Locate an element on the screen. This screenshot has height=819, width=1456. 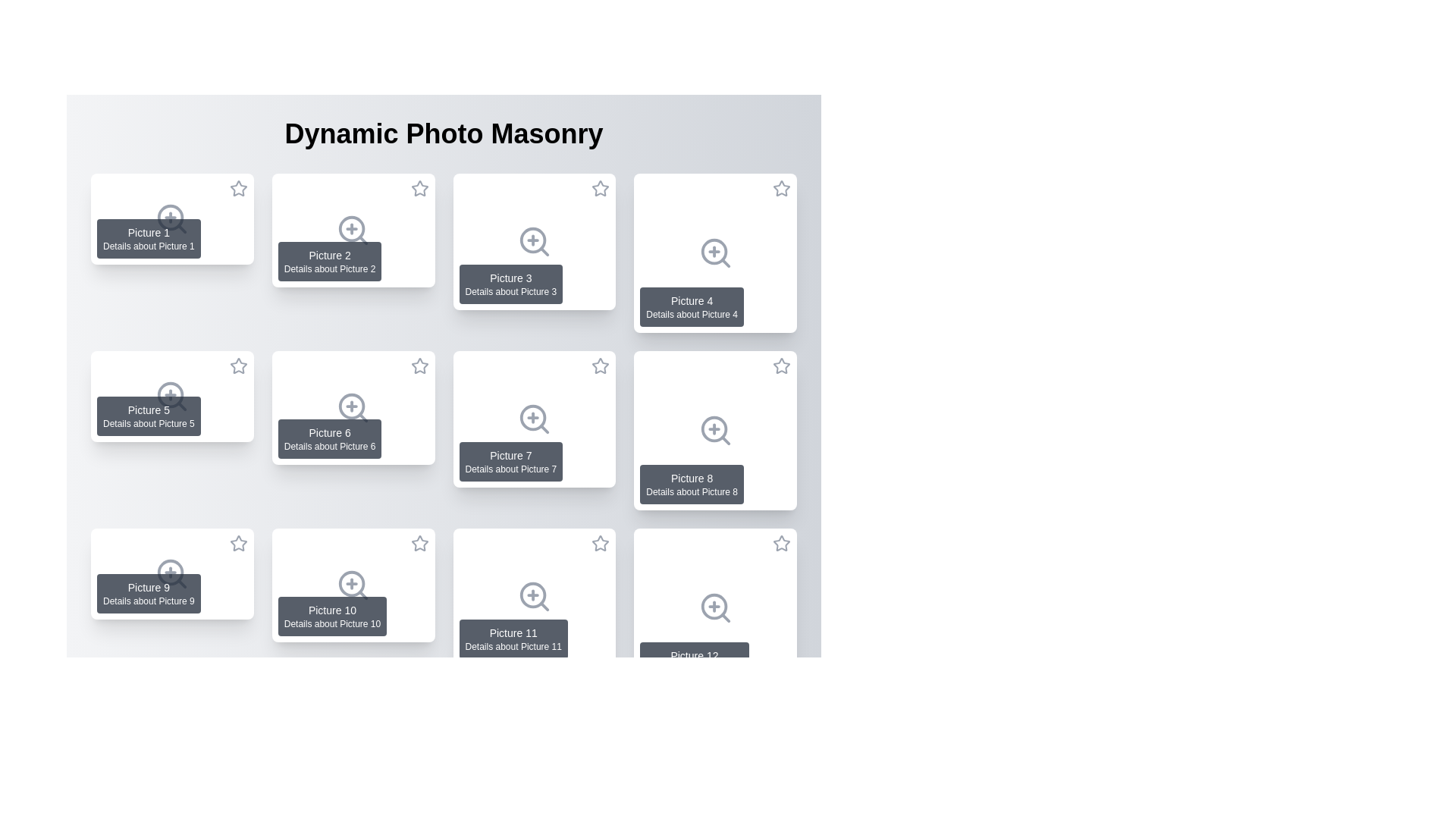
the zoom-in icon located in the card labeled 'Picture 5' is located at coordinates (172, 396).